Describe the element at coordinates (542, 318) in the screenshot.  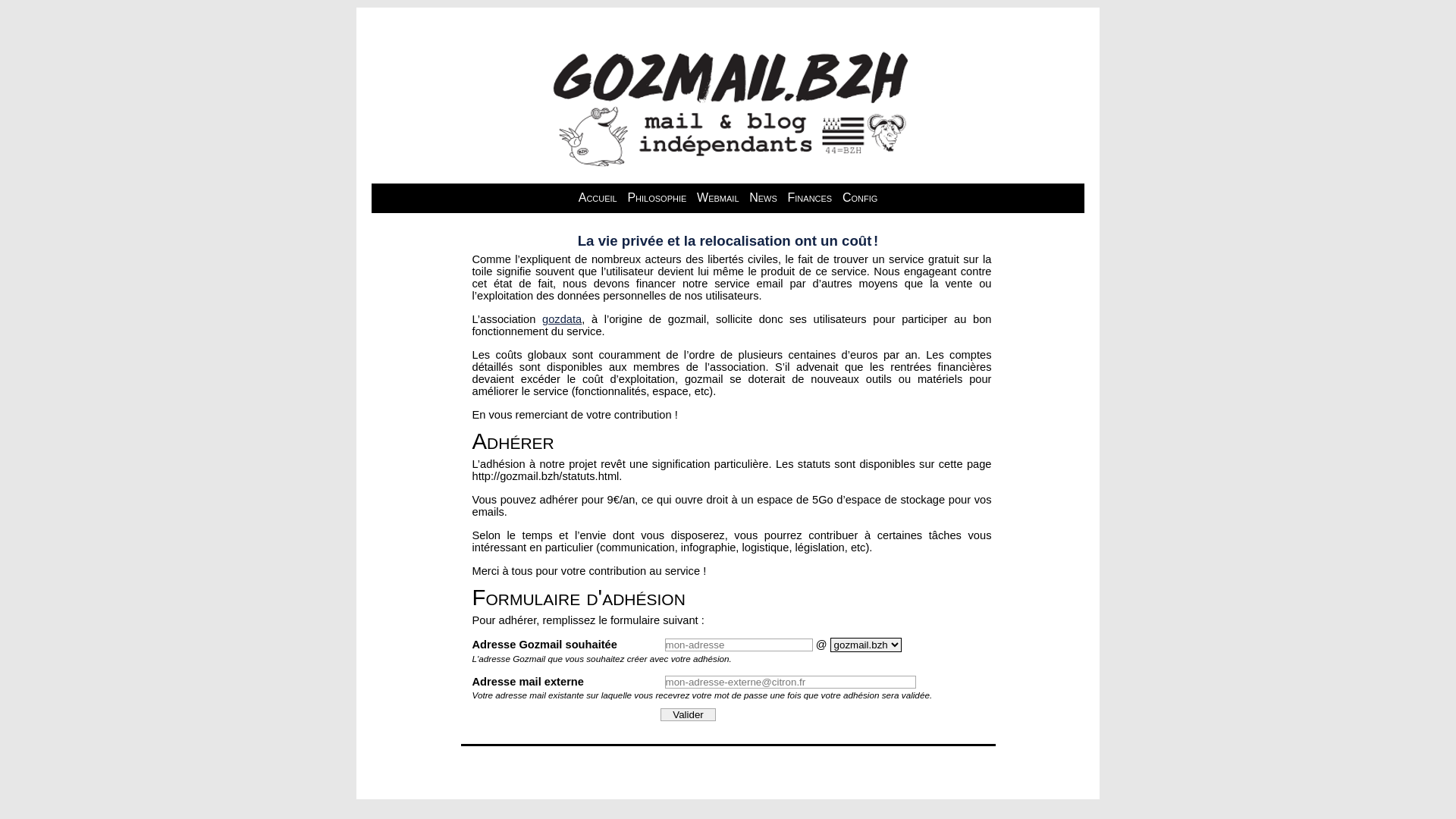
I see `'gozdata'` at that location.